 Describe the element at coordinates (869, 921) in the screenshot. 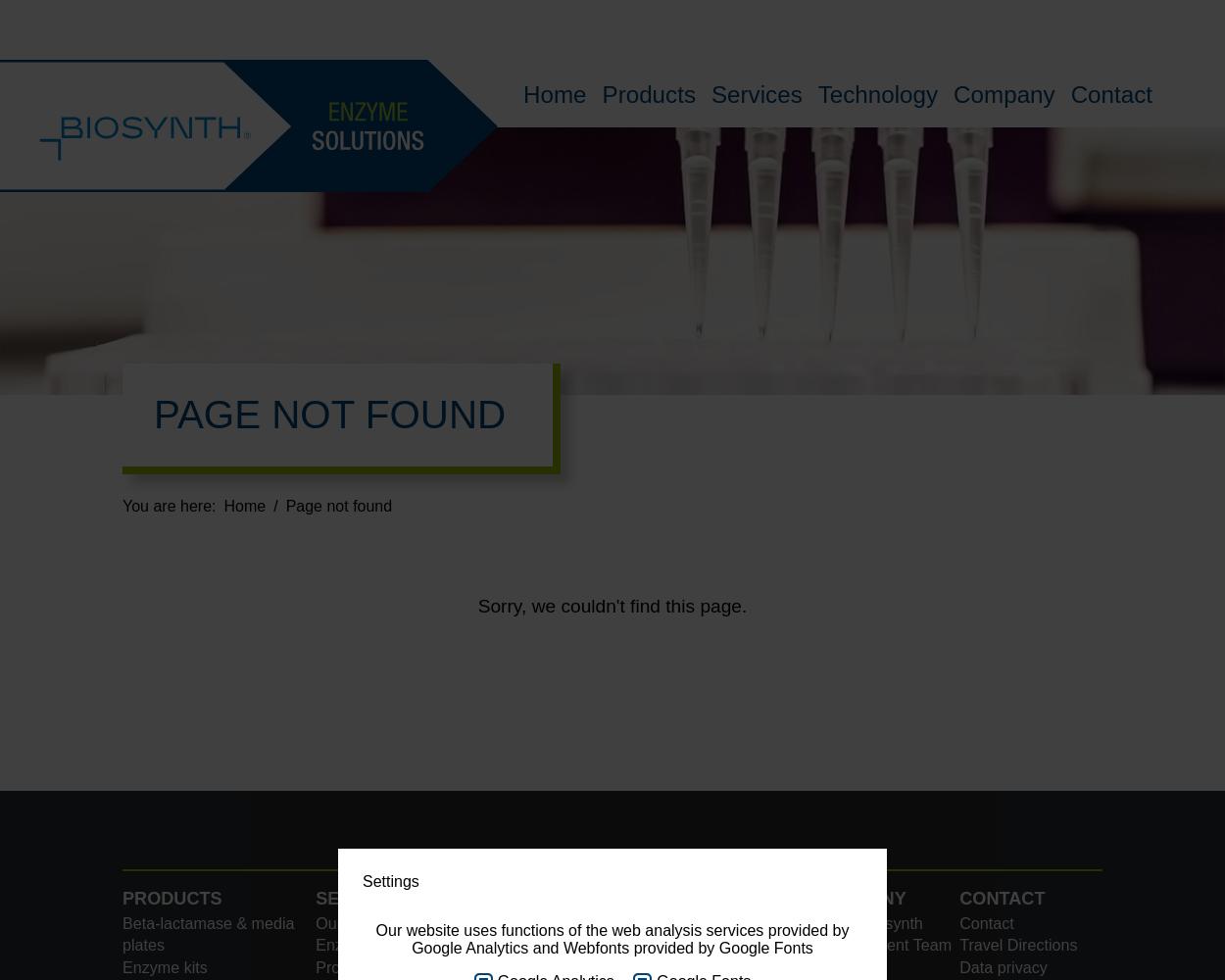

I see `'About Biosynth'` at that location.